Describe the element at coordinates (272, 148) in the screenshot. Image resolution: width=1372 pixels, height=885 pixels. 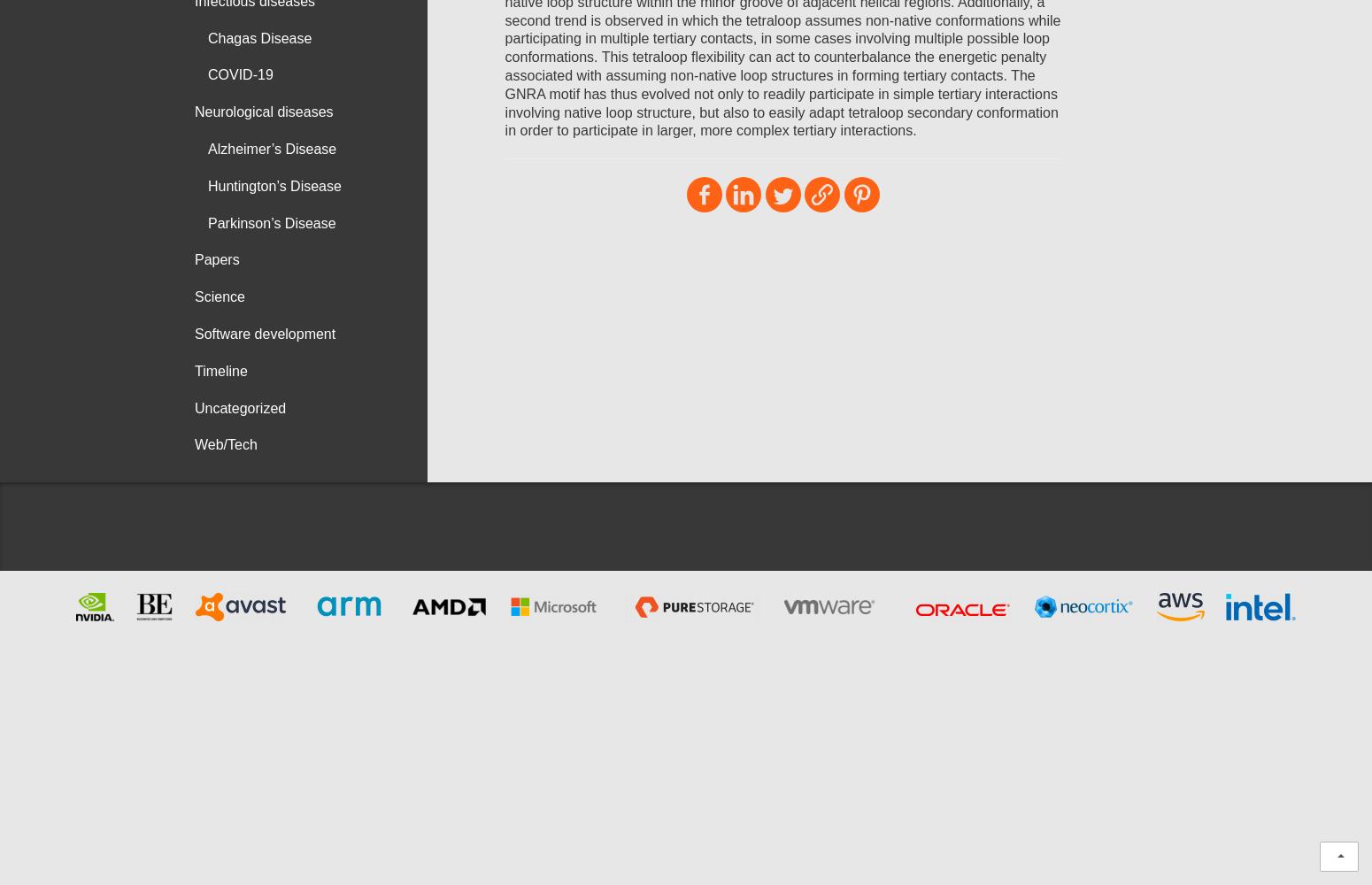
I see `'Alzheimer’s Disease'` at that location.